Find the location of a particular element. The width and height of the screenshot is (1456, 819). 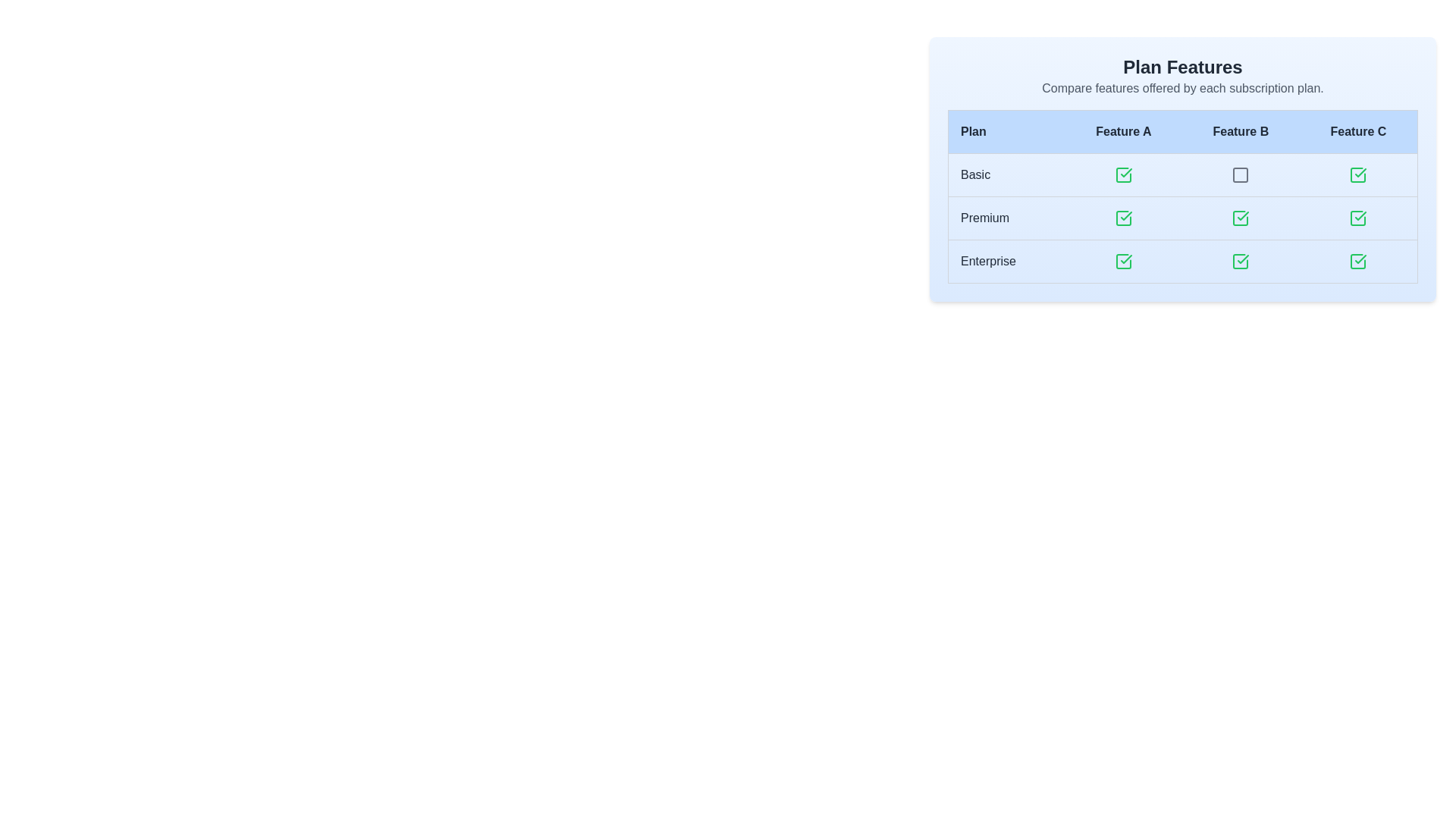

the green checkmark icon in the 'Feature C' column for the 'Premium' row in the feature comparison table is located at coordinates (1358, 218).